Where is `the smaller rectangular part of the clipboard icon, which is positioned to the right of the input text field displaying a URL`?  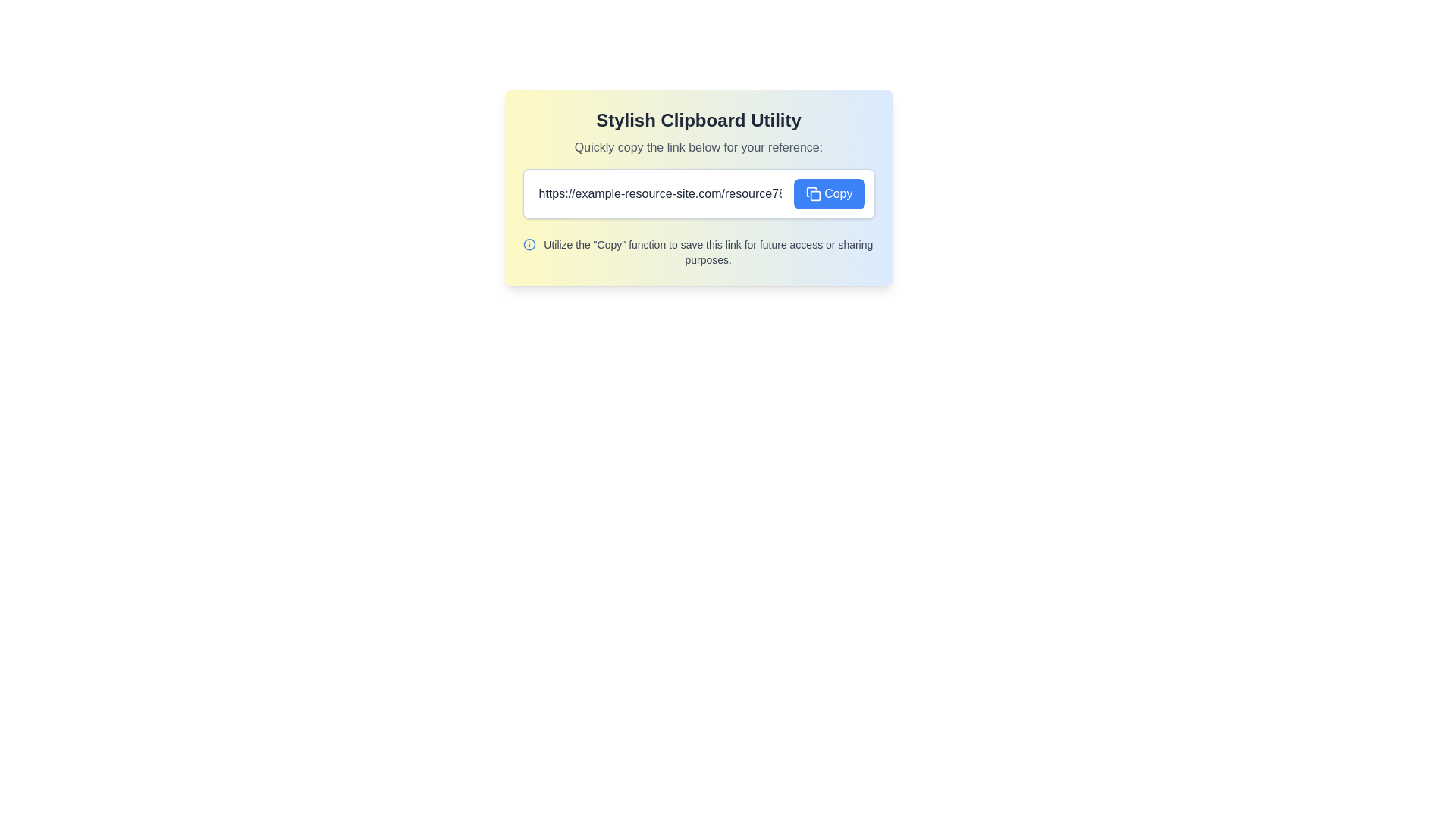 the smaller rectangular part of the clipboard icon, which is positioned to the right of the input text field displaying a URL is located at coordinates (814, 195).